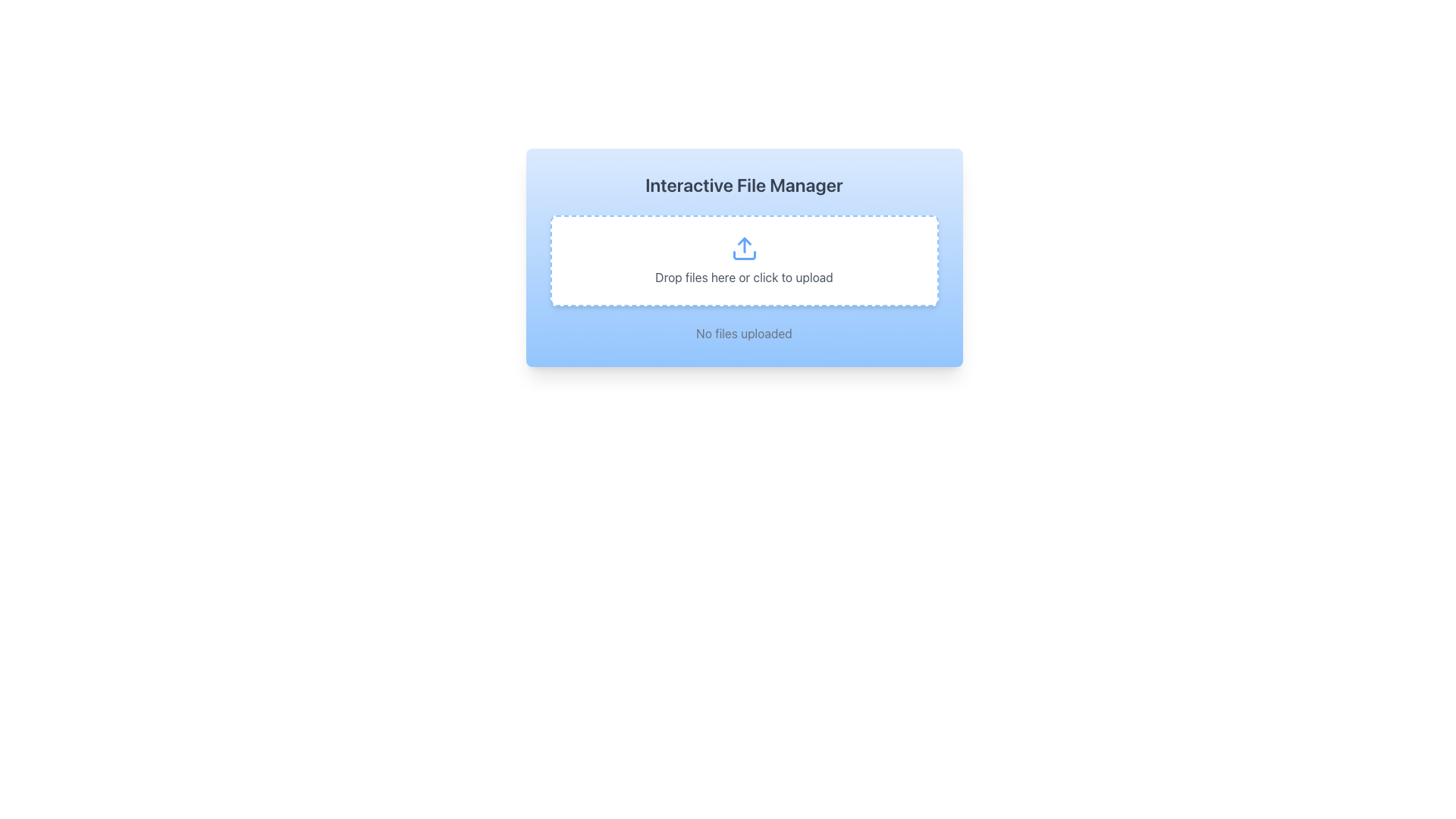 The height and width of the screenshot is (819, 1456). Describe the element at coordinates (744, 259) in the screenshot. I see `files into the File upload area, which is a horizontally-centered rectangular area with a dashed border in light blue, containing an upload icon above the text 'Drop files here or click` at that location.